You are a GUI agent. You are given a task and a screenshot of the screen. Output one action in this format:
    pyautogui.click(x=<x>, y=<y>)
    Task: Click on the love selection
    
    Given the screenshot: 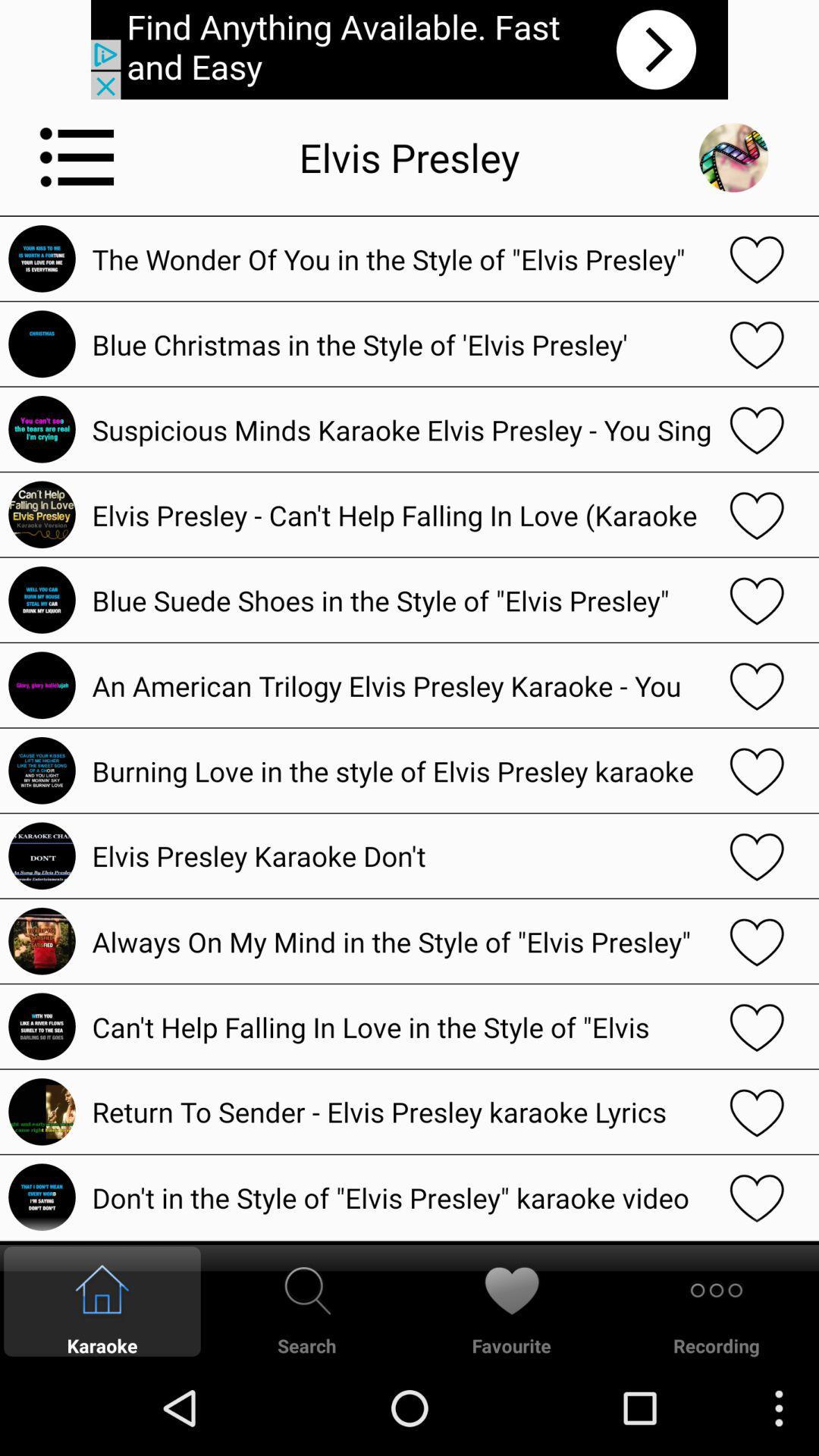 What is the action you would take?
    pyautogui.click(x=757, y=259)
    